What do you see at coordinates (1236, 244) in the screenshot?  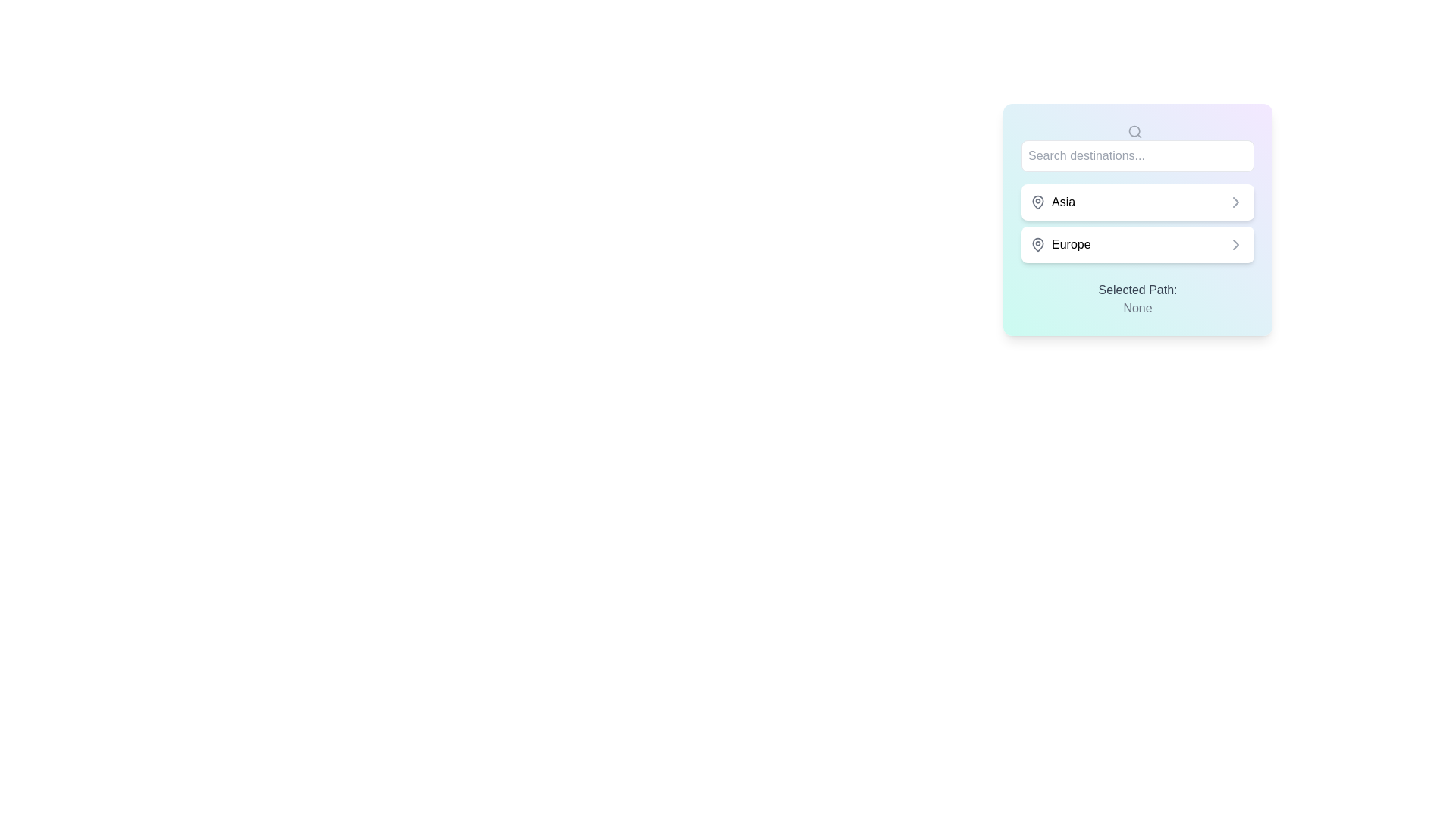 I see `the chevron-right icon located to the right of the 'Europe' text in the 'Search destinations' menu, indicating it is clickable` at bounding box center [1236, 244].